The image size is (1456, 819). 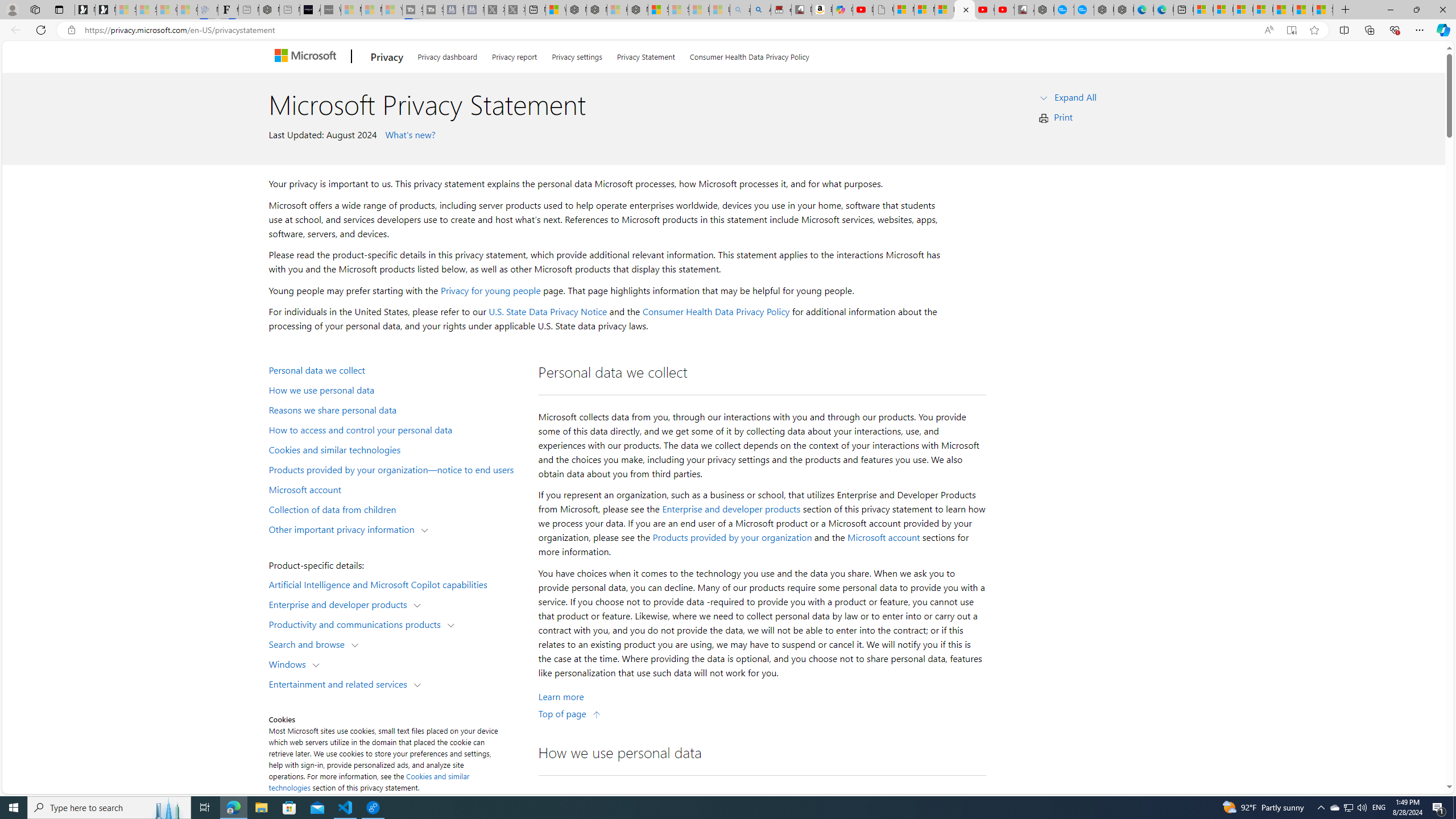 What do you see at coordinates (412, 9) in the screenshot?
I see `'Streaming Coverage | T3 - Sleeping'` at bounding box center [412, 9].